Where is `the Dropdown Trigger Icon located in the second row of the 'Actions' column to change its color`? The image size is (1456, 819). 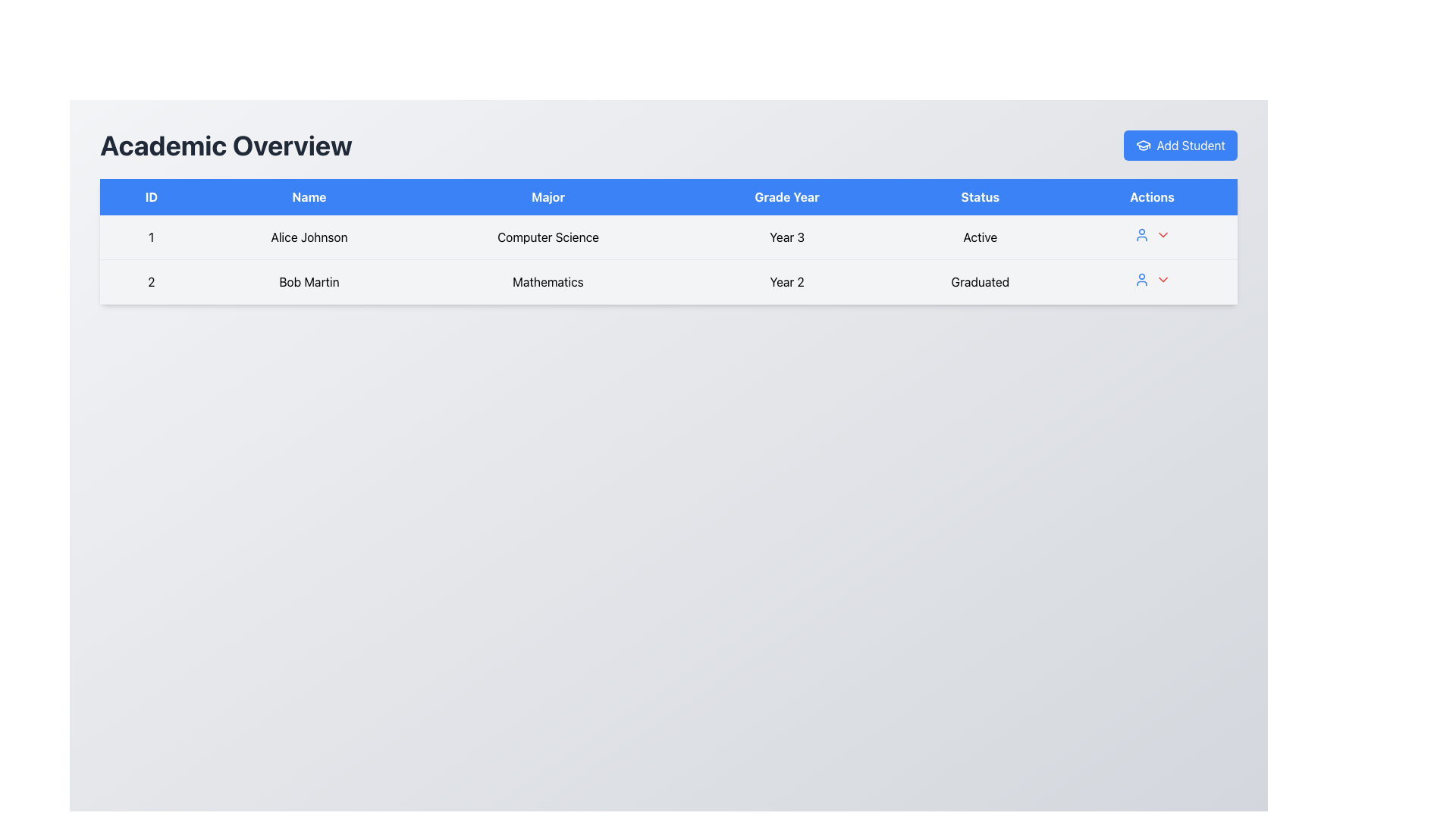
the Dropdown Trigger Icon located in the second row of the 'Actions' column to change its color is located at coordinates (1162, 234).